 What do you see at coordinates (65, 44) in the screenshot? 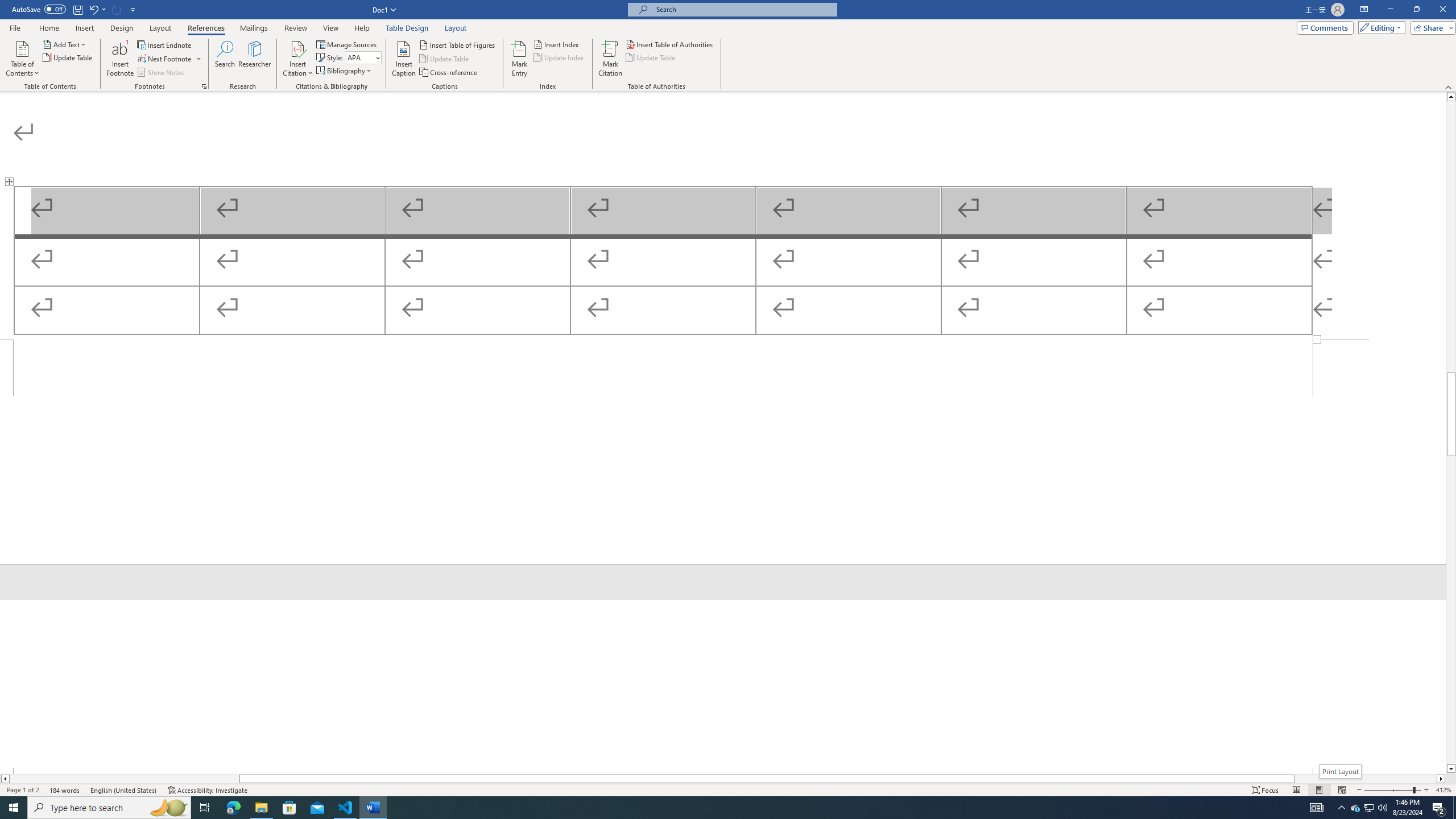
I see `'Add Text'` at bounding box center [65, 44].